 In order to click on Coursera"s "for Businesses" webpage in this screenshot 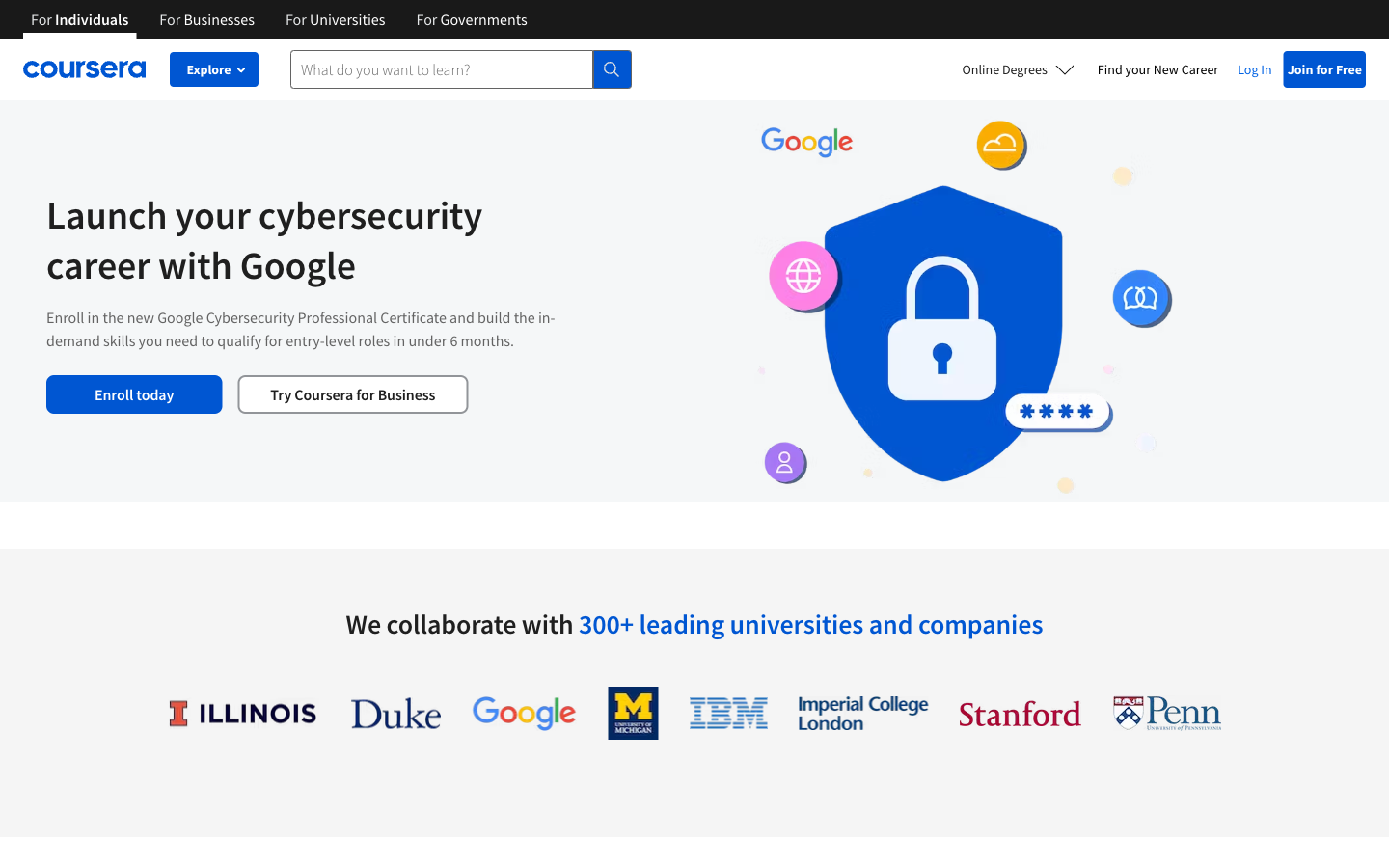, I will do `click(206, 17)`.